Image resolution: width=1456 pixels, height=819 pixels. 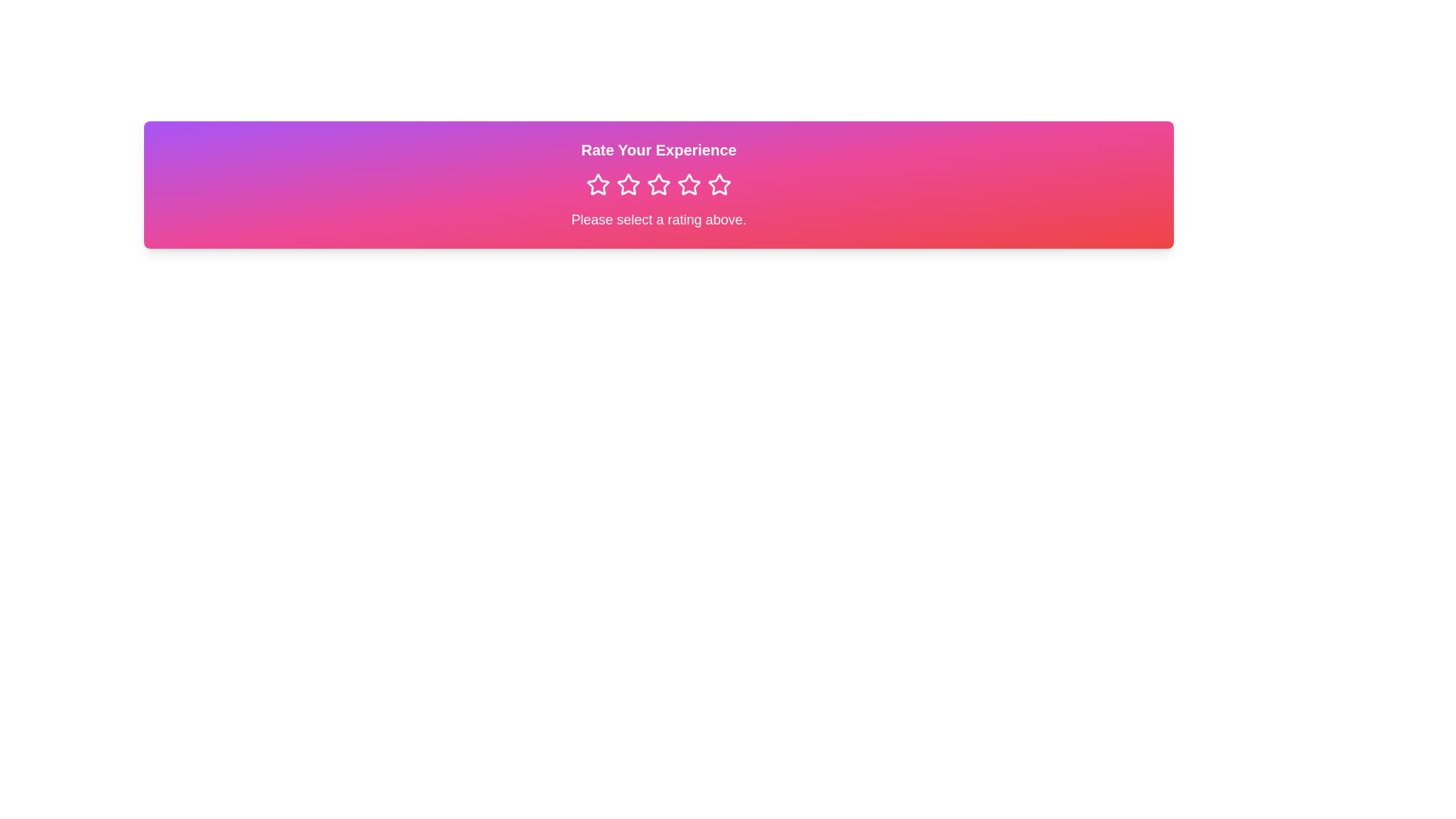 I want to click on the first star icon in the rating row, so click(x=596, y=184).